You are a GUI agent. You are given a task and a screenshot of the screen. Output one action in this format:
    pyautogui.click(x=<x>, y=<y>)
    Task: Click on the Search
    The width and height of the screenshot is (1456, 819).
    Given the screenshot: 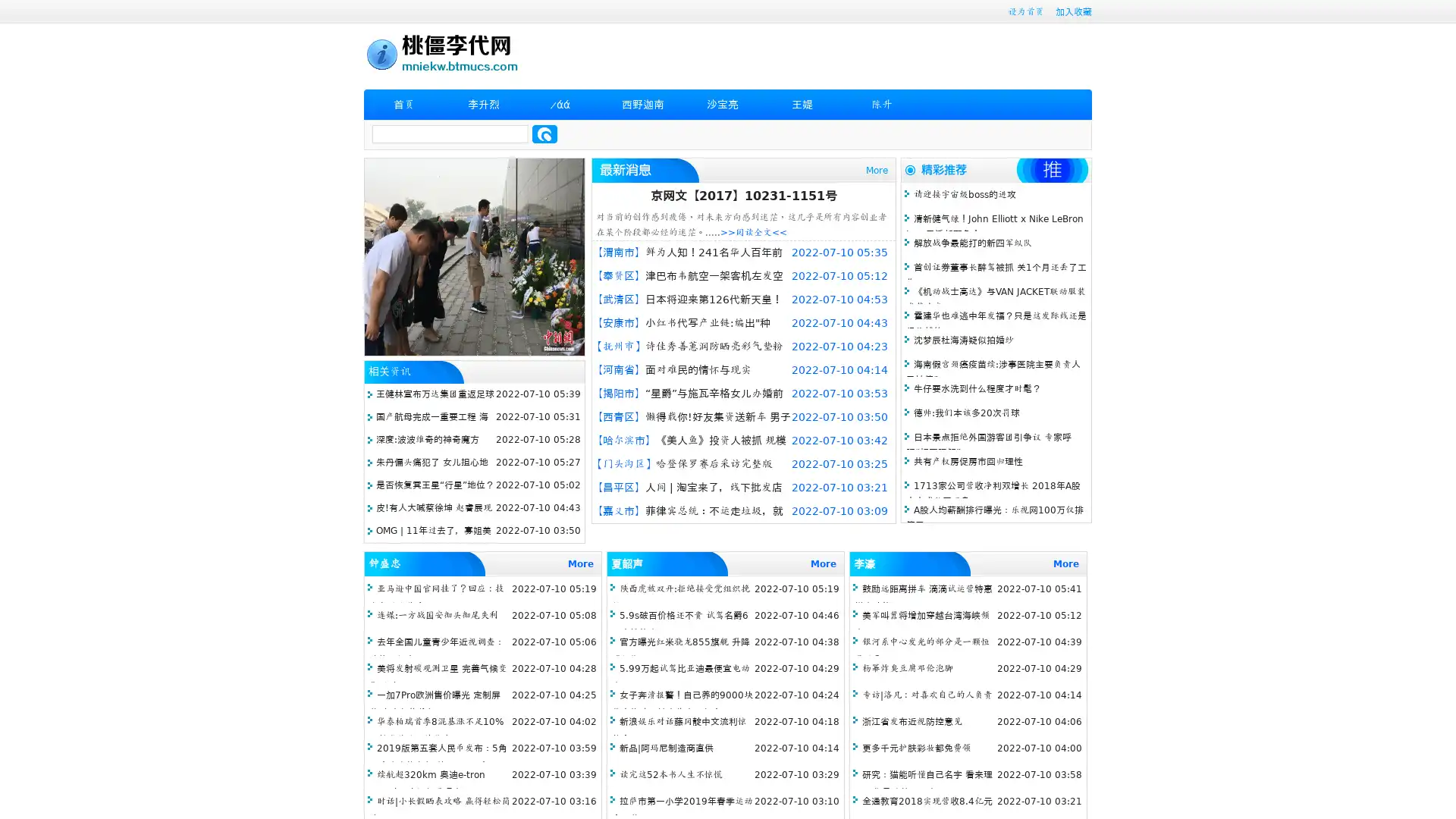 What is the action you would take?
    pyautogui.click(x=544, y=133)
    